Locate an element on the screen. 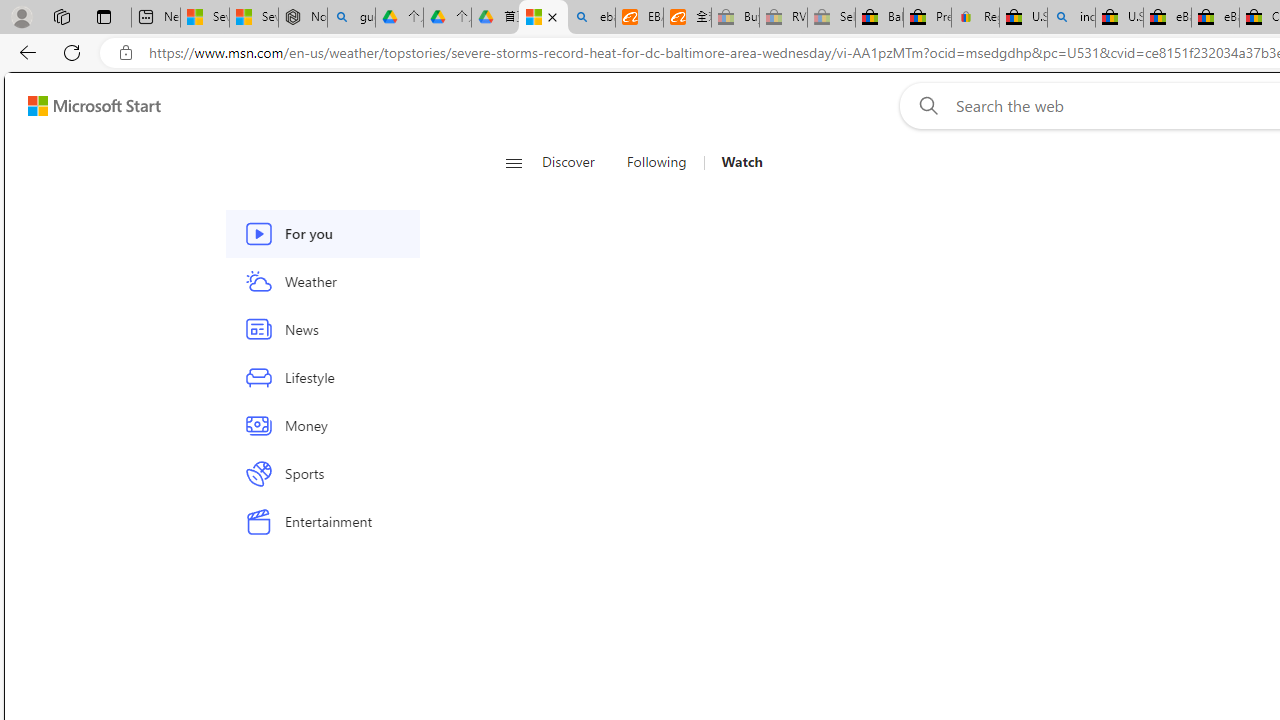  'eBay Inc. Reports Third Quarter 2023 Results' is located at coordinates (1214, 17).